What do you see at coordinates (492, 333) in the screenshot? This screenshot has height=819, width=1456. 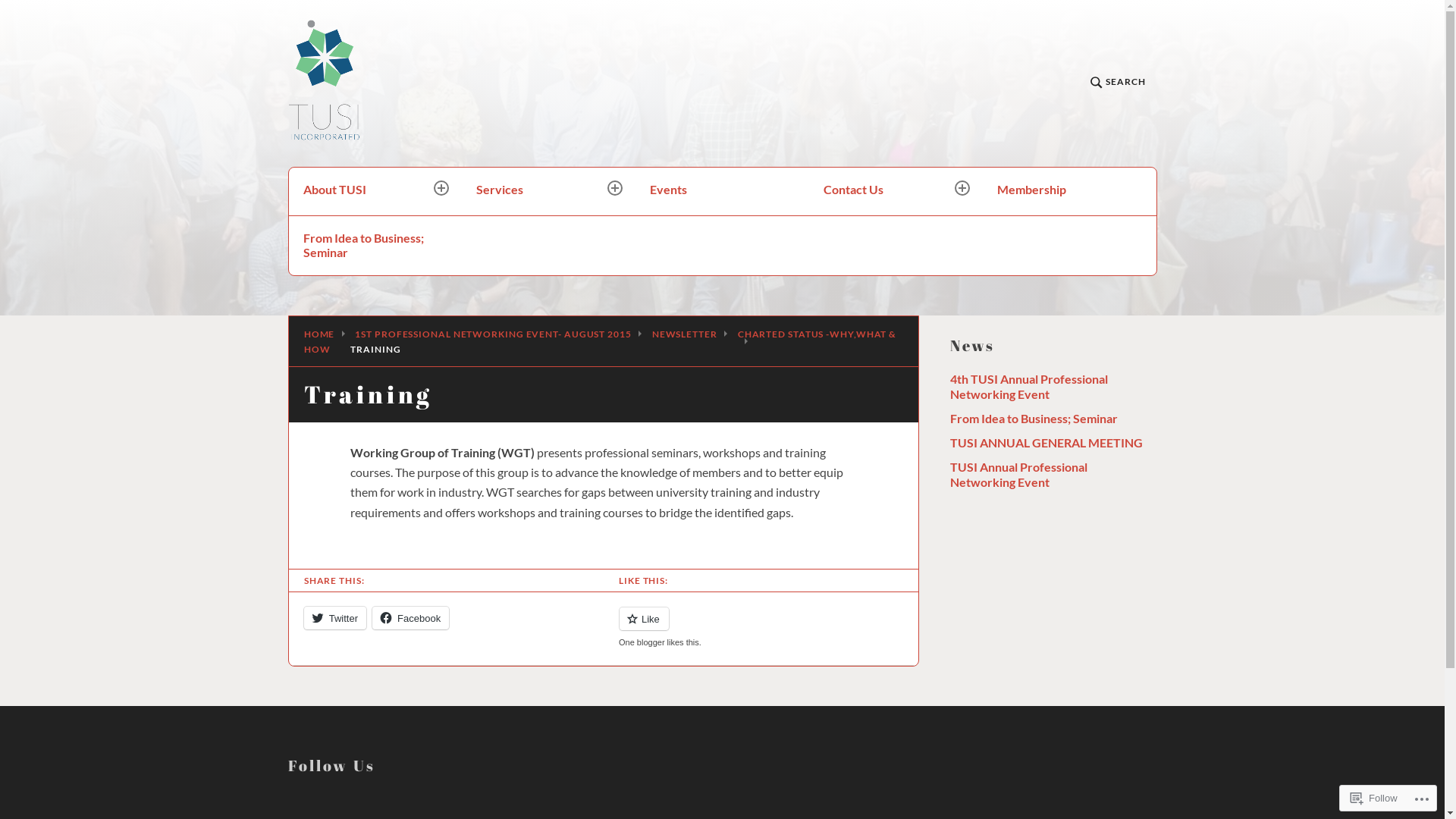 I see `'1ST PROFESSIONAL NETWORKING EVENT- AUGUST 2015'` at bounding box center [492, 333].